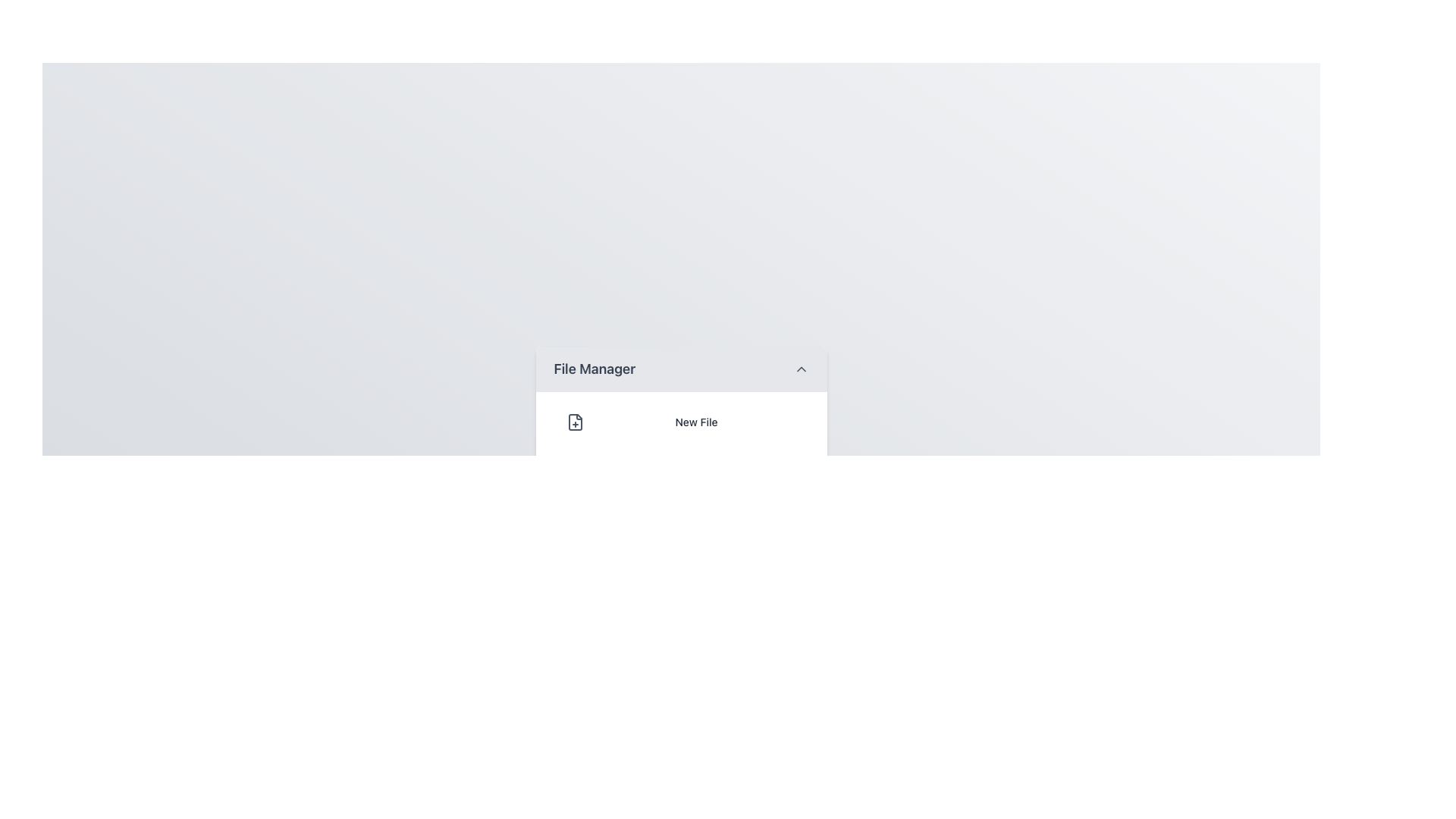 The width and height of the screenshot is (1456, 819). Describe the element at coordinates (800, 369) in the screenshot. I see `the 'collapse' button located at the top-right corner of the 'File Manager' header to change the icon color` at that location.